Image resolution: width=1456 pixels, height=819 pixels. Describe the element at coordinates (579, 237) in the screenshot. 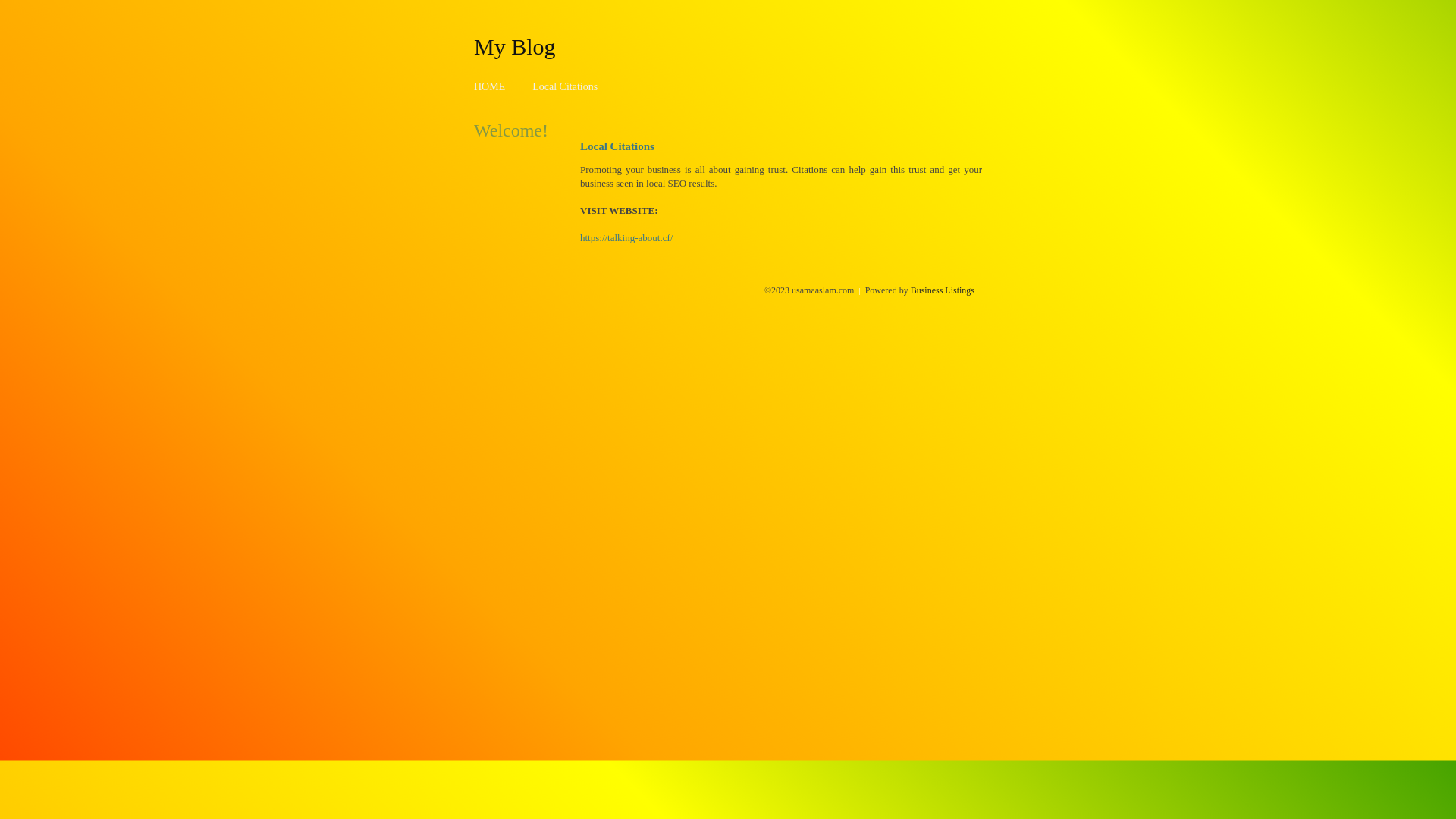

I see `'https://talking-about.cf/'` at that location.